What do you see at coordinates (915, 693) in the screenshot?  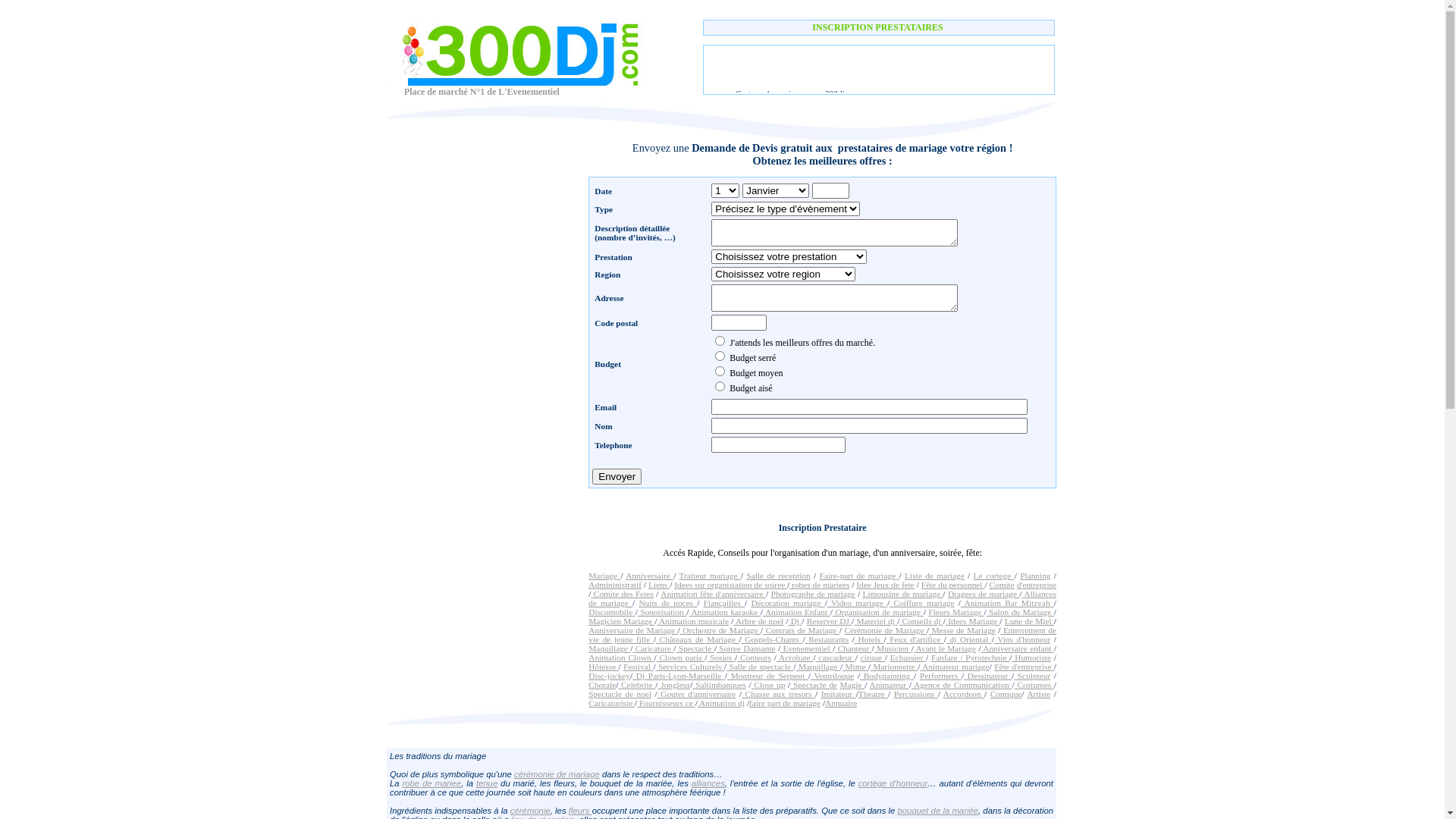 I see `'Percussions'` at bounding box center [915, 693].